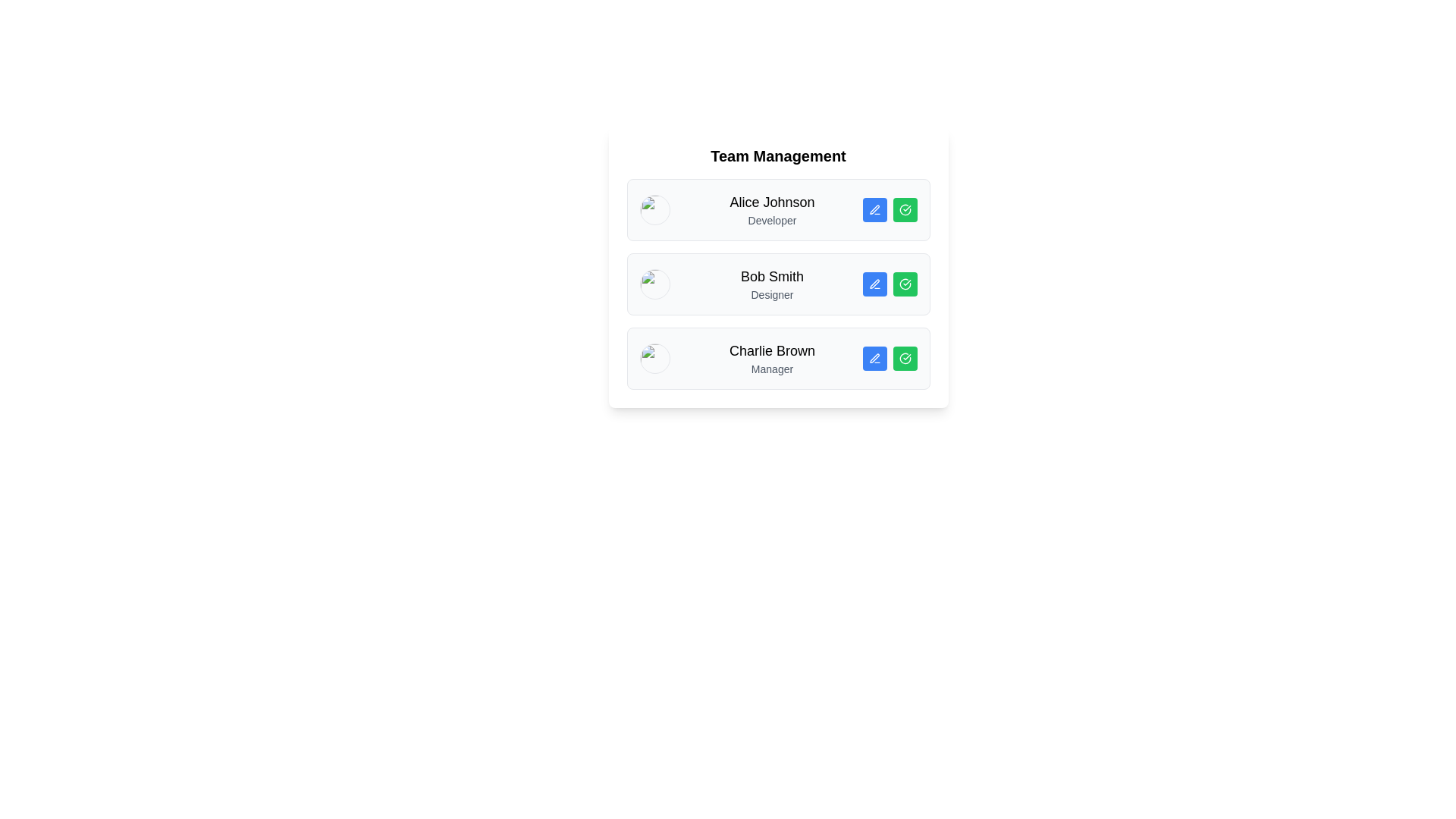 Image resolution: width=1456 pixels, height=819 pixels. I want to click on the 'Team Management' header text element, which is bold and large, displayed in black at the top of a white card with rounded corners, so click(778, 155).